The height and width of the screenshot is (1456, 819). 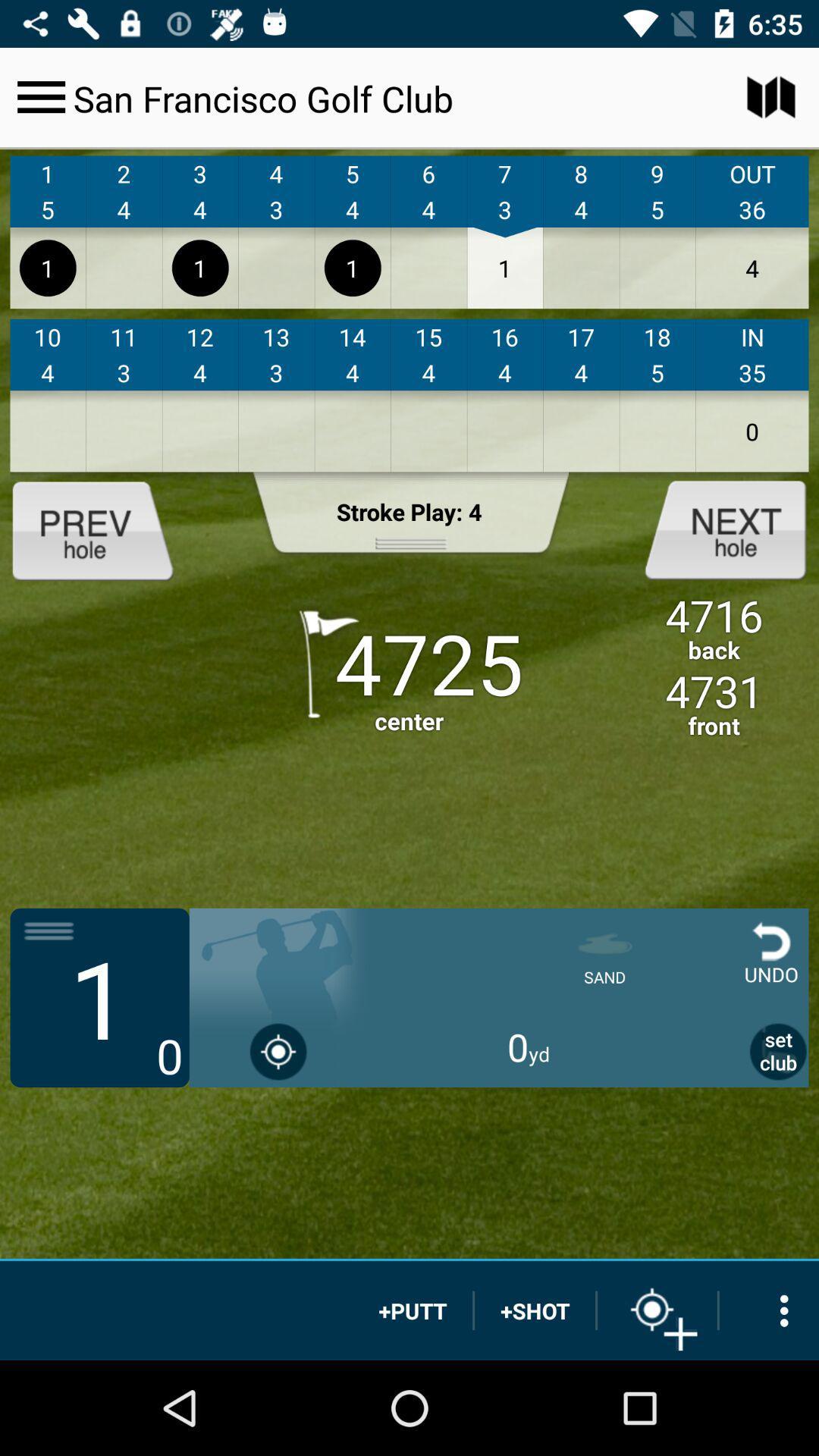 What do you see at coordinates (713, 529) in the screenshot?
I see `the next item` at bounding box center [713, 529].